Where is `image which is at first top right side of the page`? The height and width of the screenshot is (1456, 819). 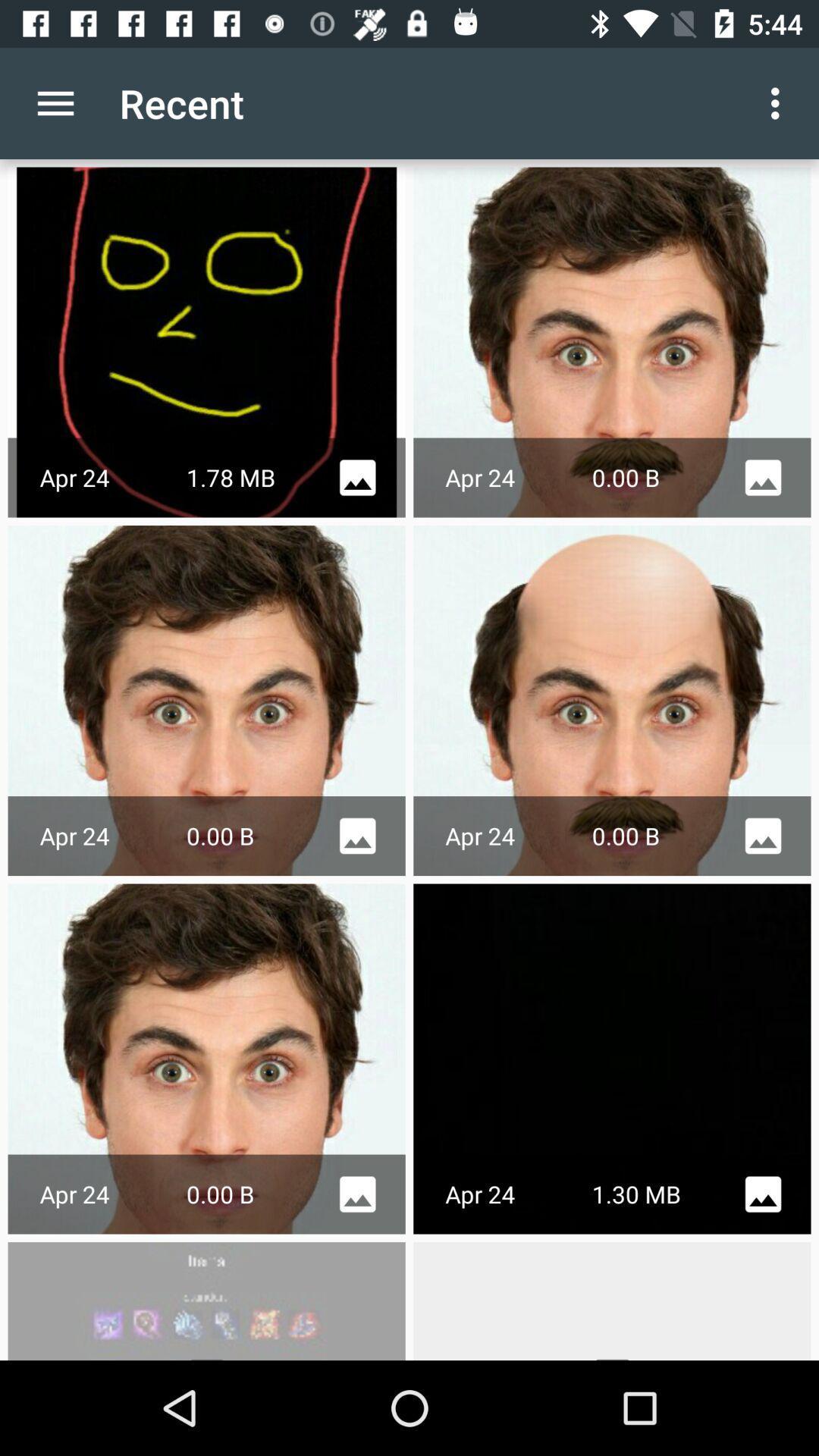
image which is at first top right side of the page is located at coordinates (611, 341).